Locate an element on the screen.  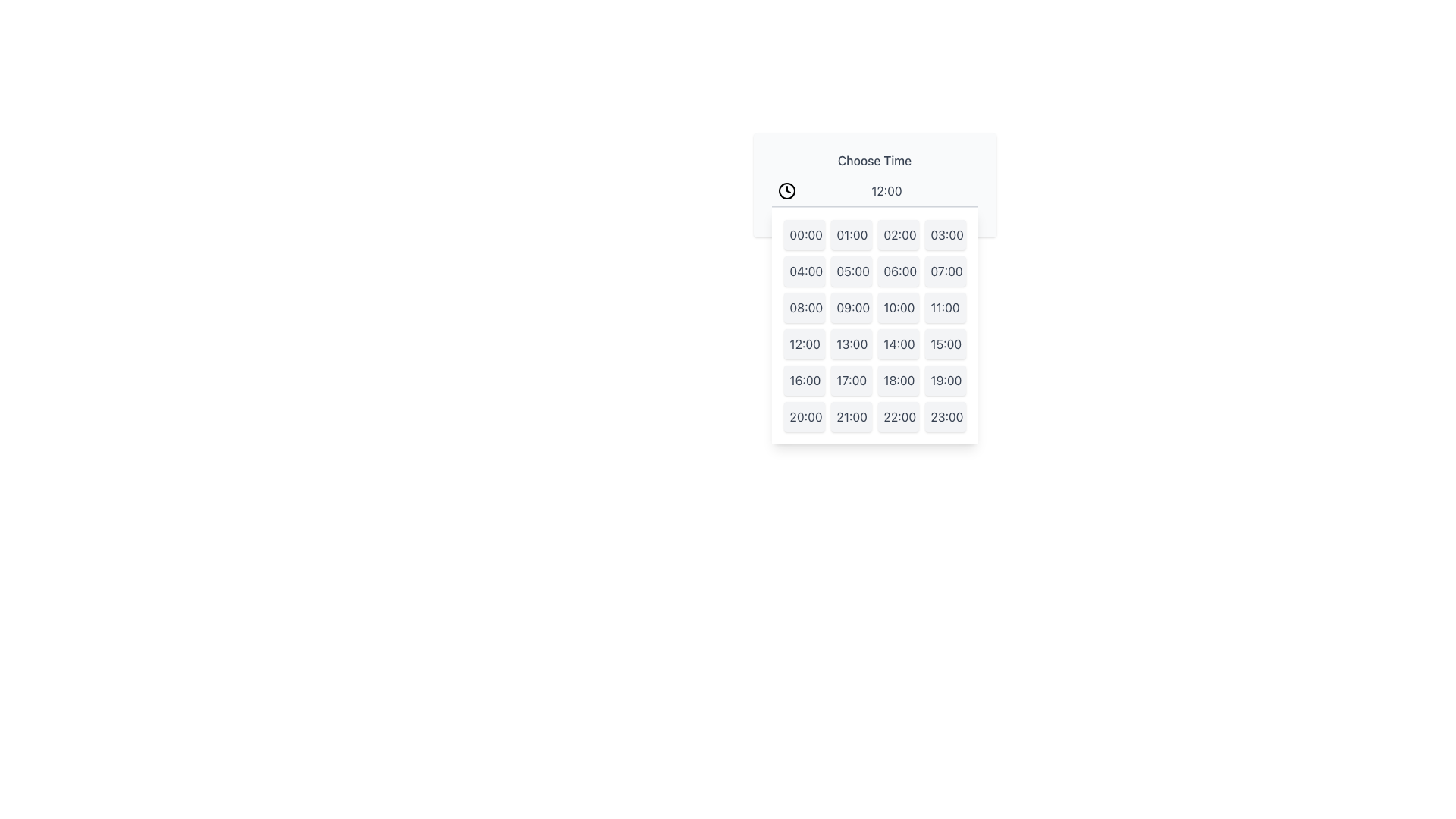
the time selection button for '16:00' using keyboard navigation is located at coordinates (803, 379).